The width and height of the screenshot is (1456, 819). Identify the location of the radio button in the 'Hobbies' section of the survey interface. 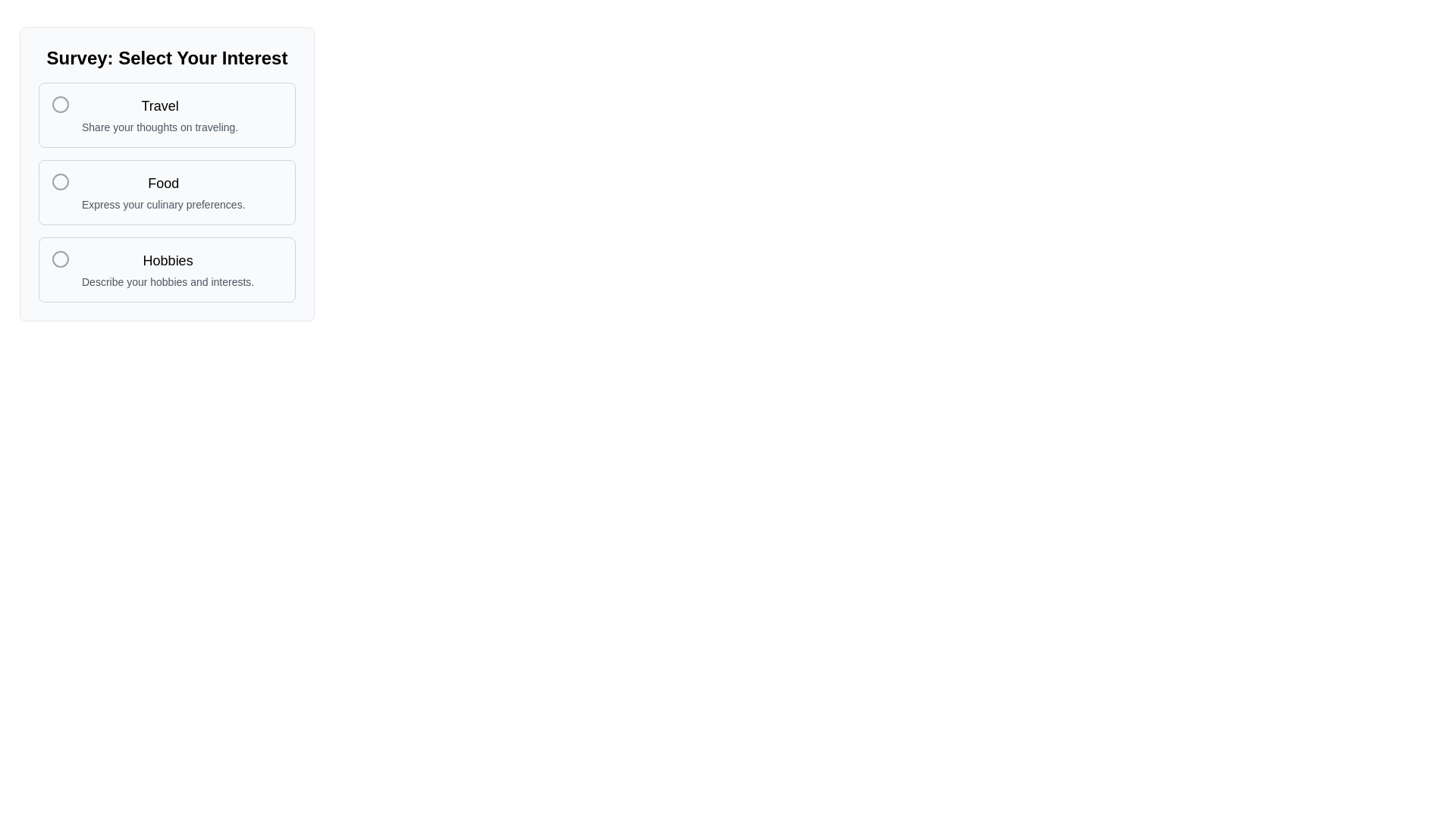
(61, 259).